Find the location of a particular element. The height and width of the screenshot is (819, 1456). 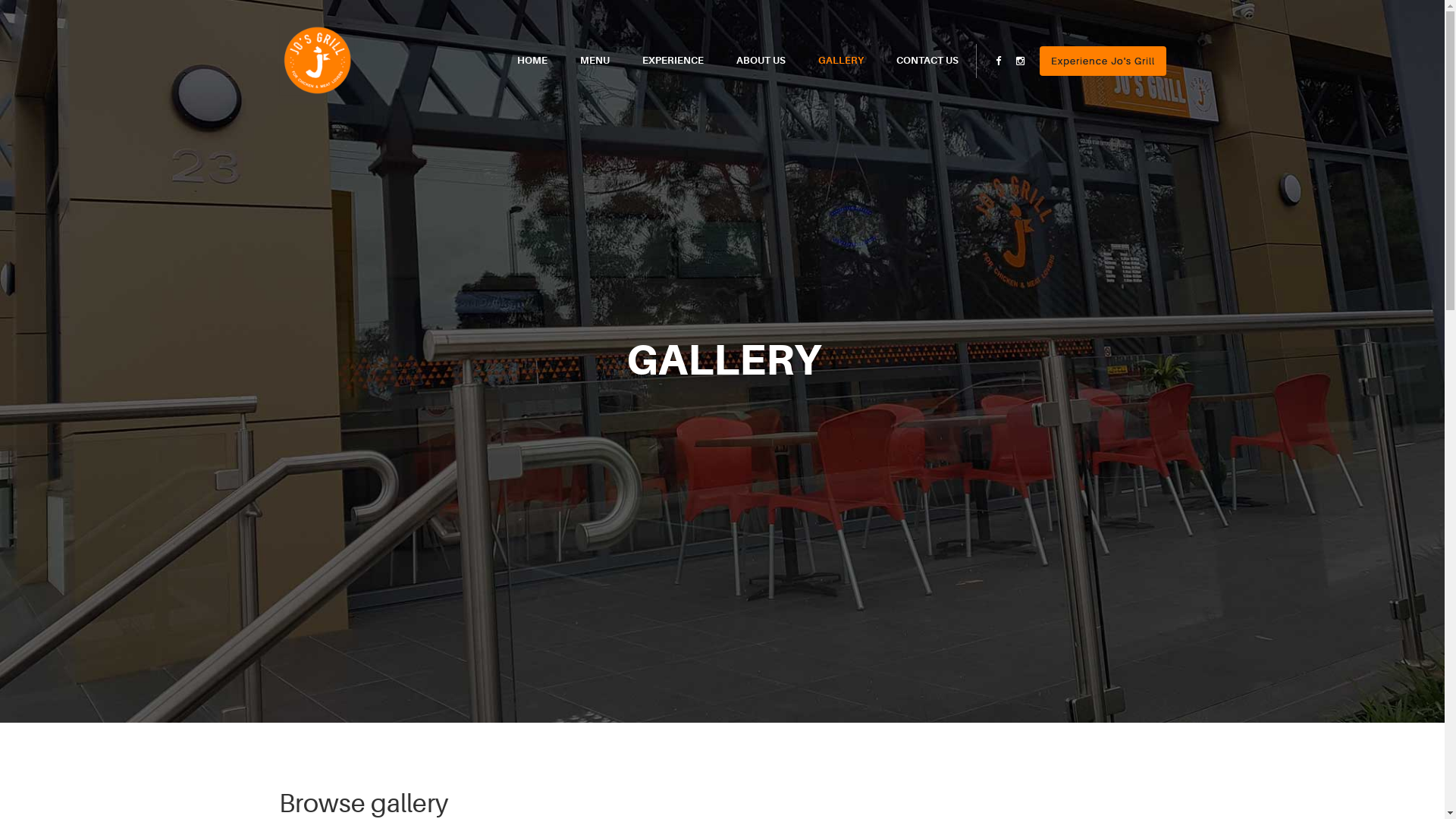

'ABOUT US' is located at coordinates (760, 60).